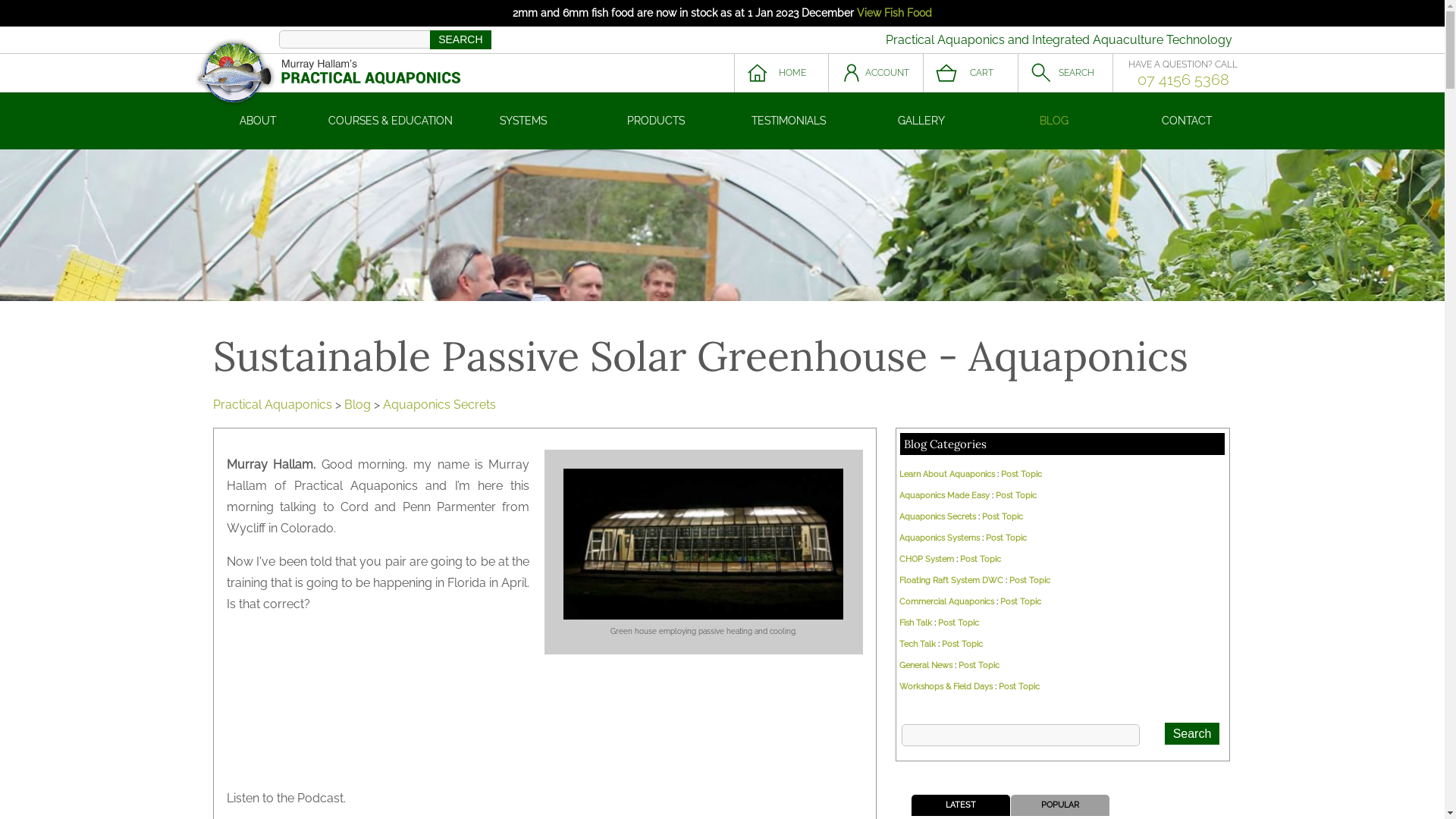 The image size is (1456, 819). Describe the element at coordinates (946, 473) in the screenshot. I see `'Learn About Aquaponics'` at that location.